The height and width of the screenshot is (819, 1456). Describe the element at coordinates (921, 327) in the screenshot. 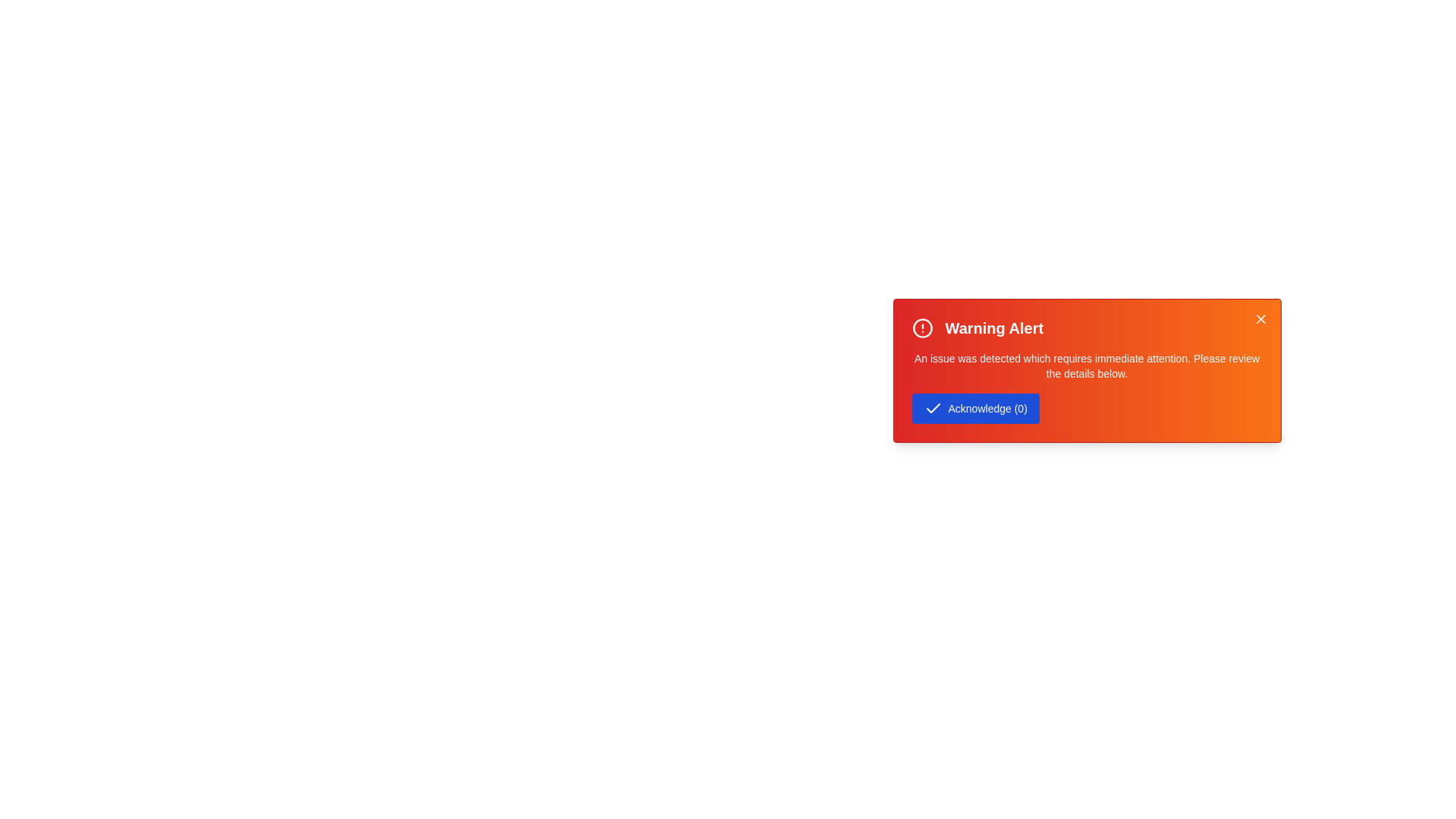

I see `the warning icon to trigger a visual feedback` at that location.